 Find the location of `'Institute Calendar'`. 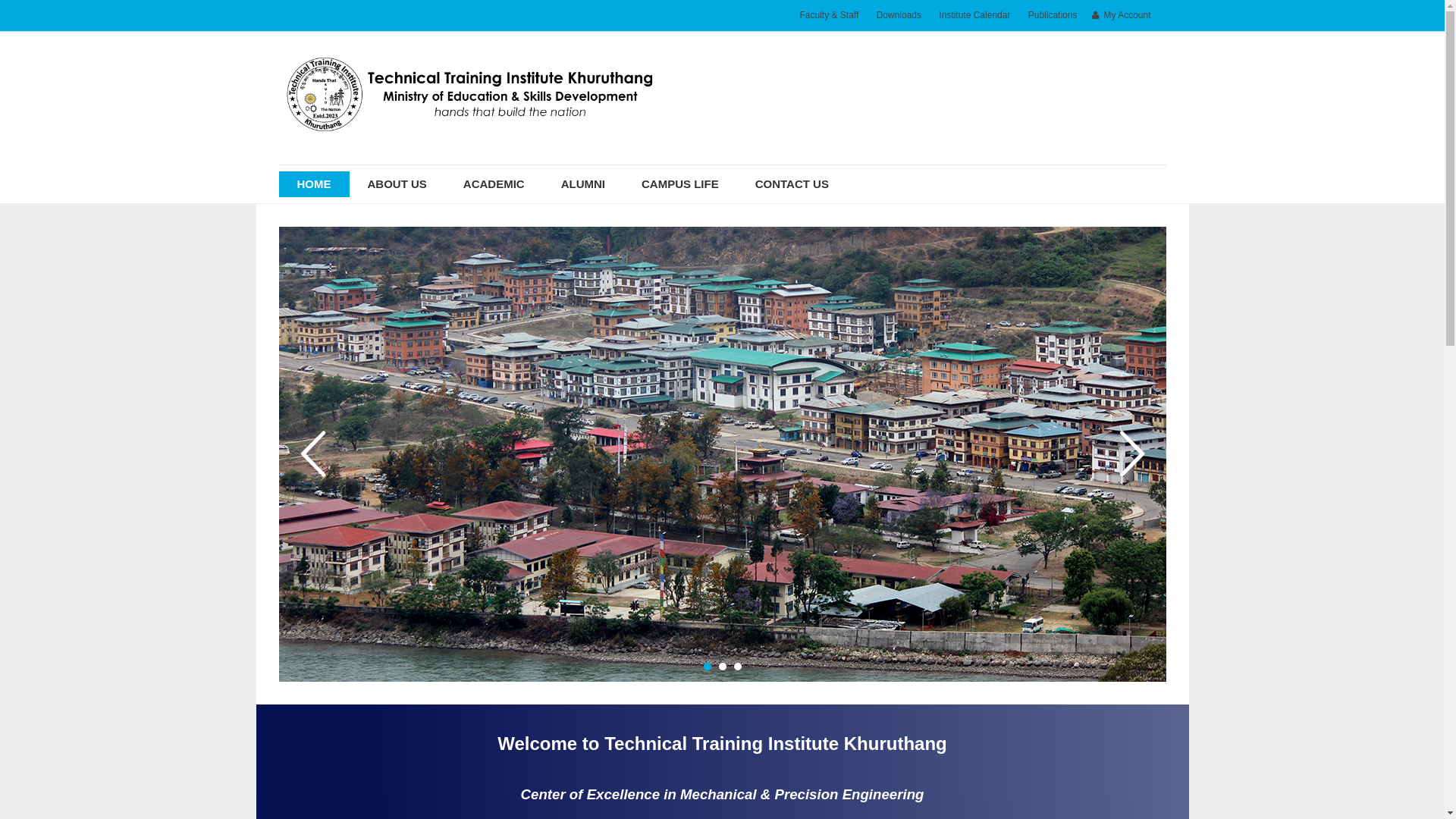

'Institute Calendar' is located at coordinates (974, 15).